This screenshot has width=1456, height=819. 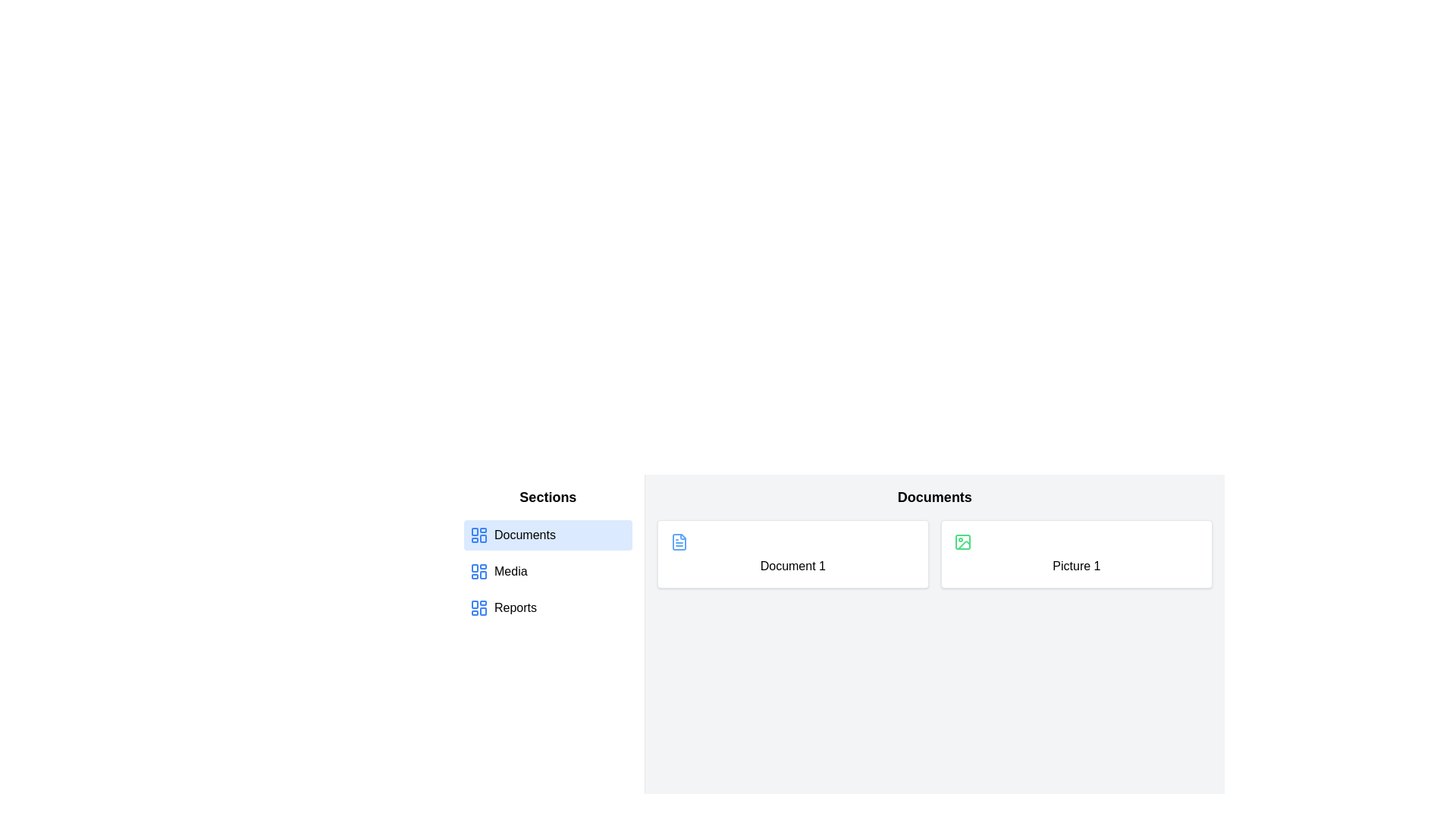 What do you see at coordinates (1076, 566) in the screenshot?
I see `text from the Label displaying 'Picture 1', which is positioned under an image icon within the Documents section of the UI` at bounding box center [1076, 566].